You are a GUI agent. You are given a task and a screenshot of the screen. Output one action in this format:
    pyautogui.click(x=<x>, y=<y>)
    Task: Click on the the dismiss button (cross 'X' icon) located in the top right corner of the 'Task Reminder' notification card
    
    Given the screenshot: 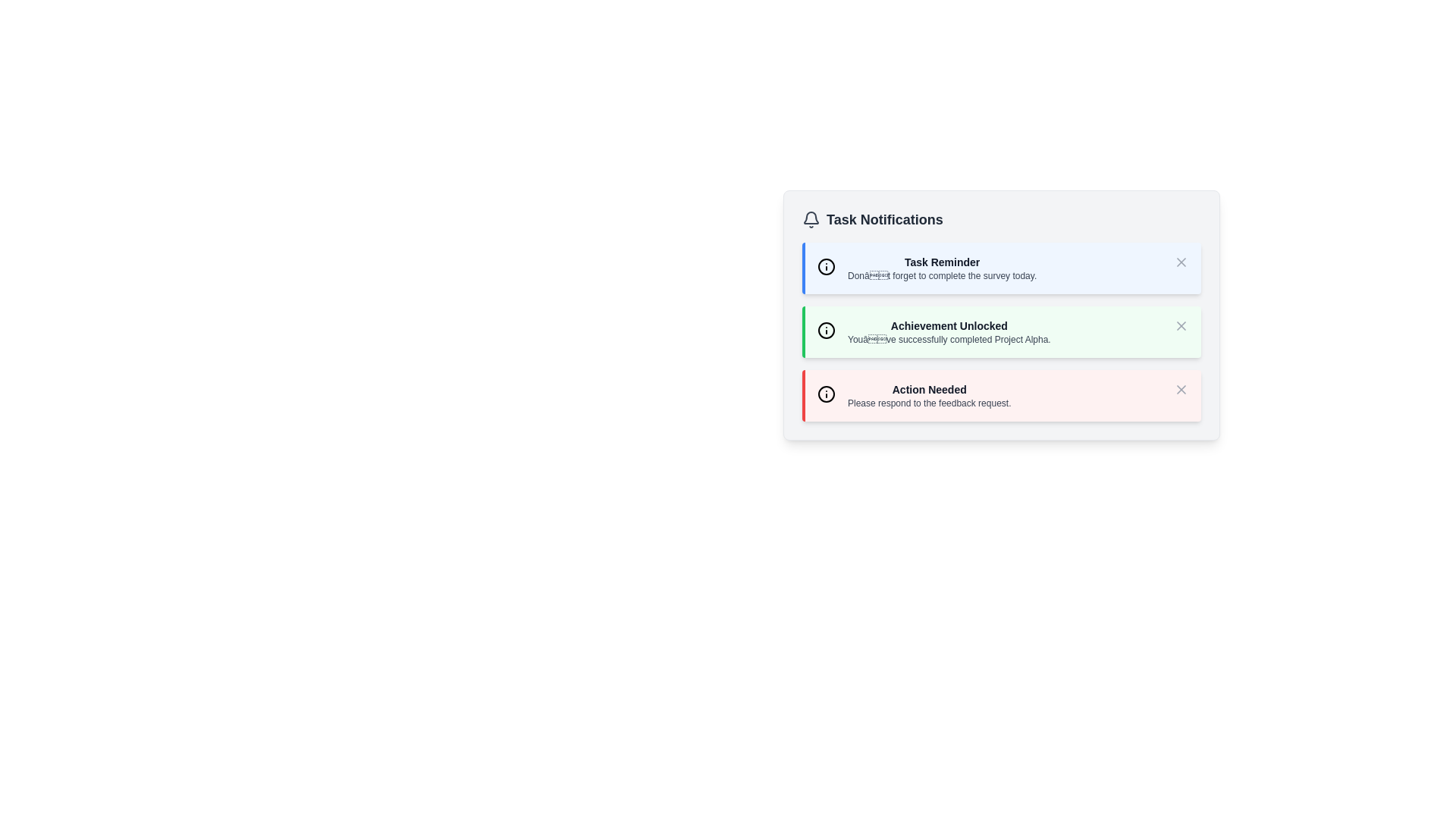 What is the action you would take?
    pyautogui.click(x=1181, y=262)
    